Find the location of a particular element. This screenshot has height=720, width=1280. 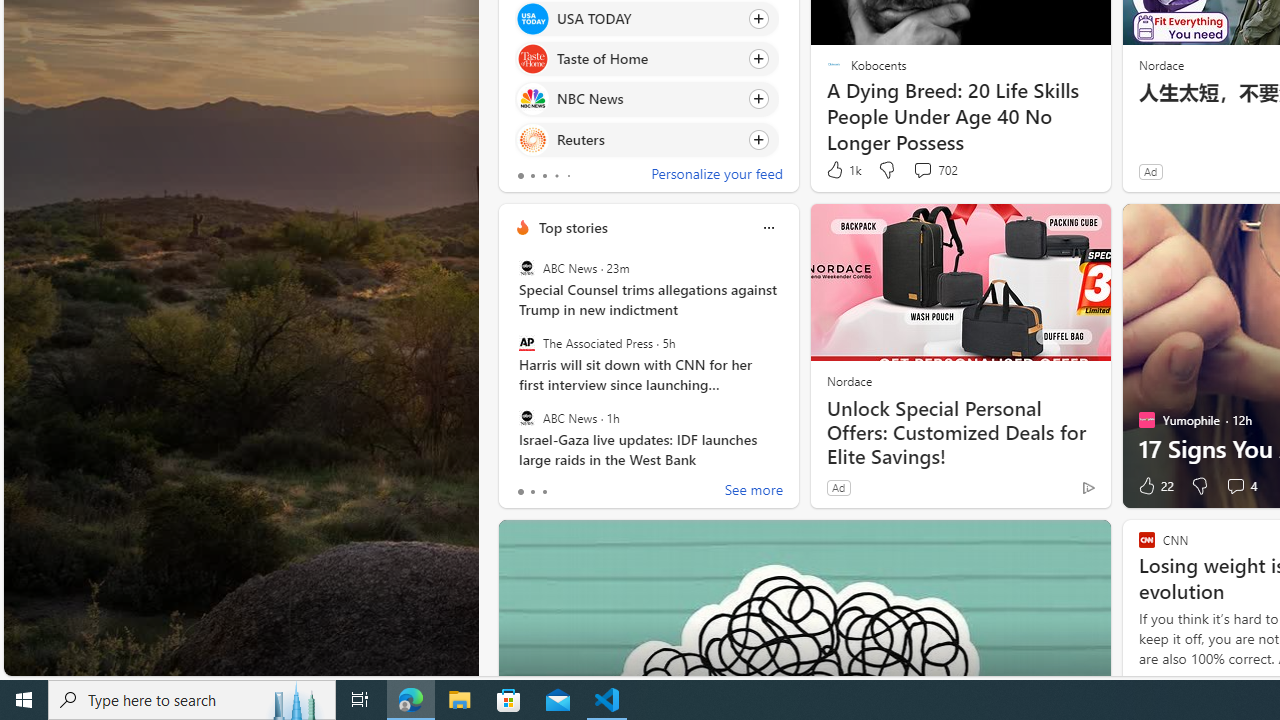

'Click to follow source USA TODAY' is located at coordinates (647, 18).